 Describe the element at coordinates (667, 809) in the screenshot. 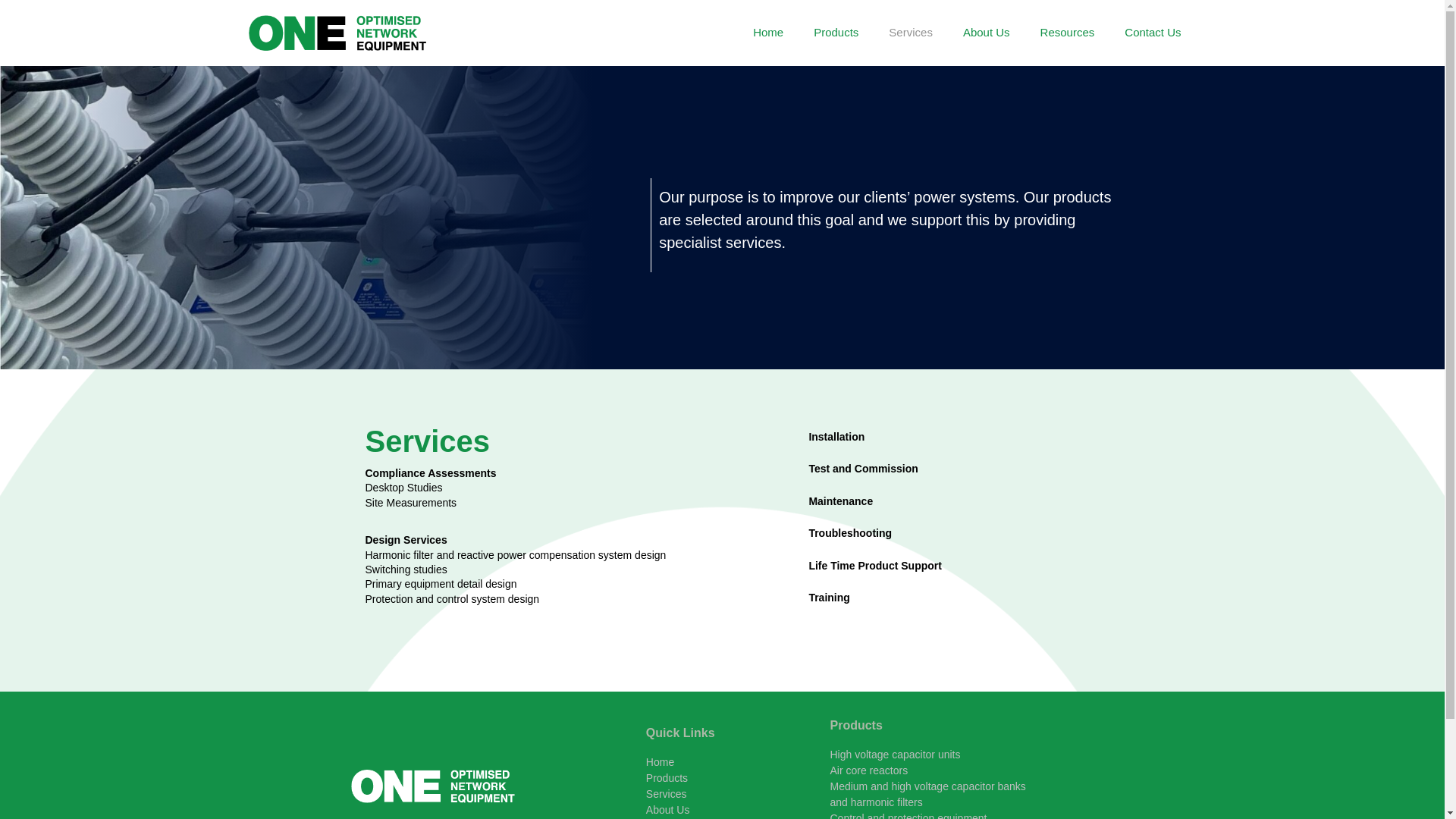

I see `'About Us'` at that location.